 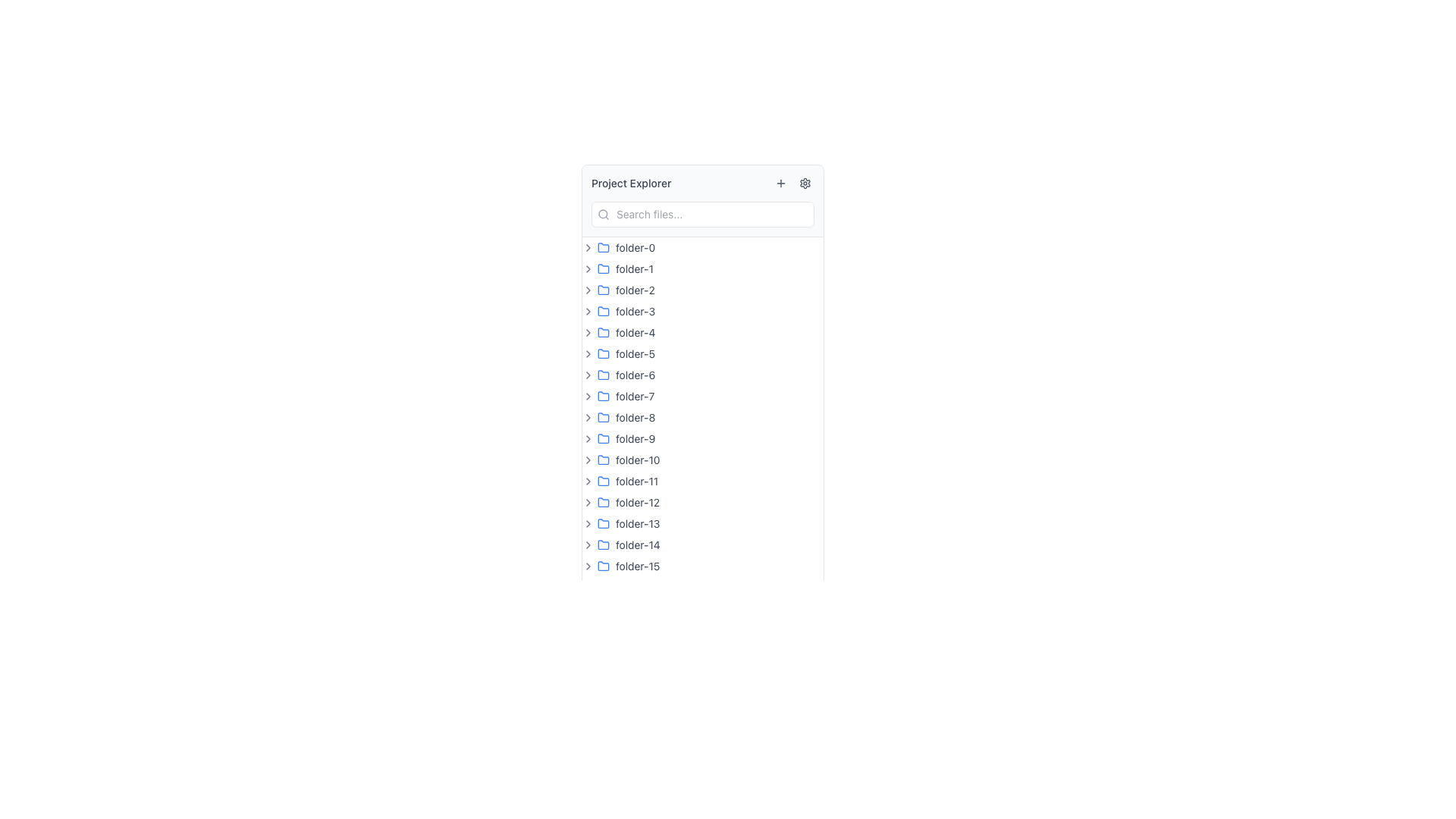 What do you see at coordinates (588, 268) in the screenshot?
I see `the chevron icon on the left side of 'folder-1'` at bounding box center [588, 268].